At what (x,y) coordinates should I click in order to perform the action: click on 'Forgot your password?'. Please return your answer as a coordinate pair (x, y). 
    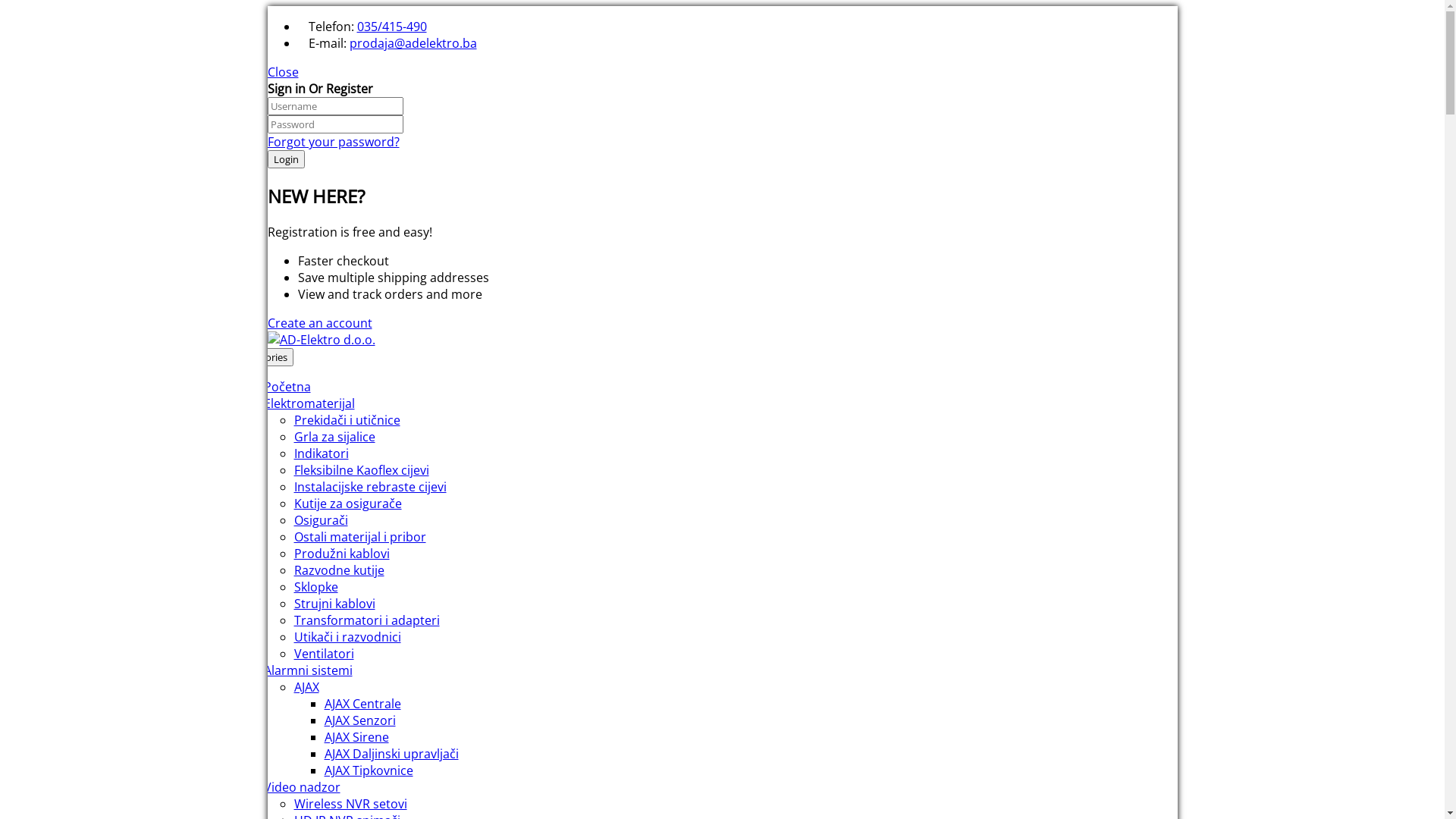
    Looking at the image, I should click on (266, 141).